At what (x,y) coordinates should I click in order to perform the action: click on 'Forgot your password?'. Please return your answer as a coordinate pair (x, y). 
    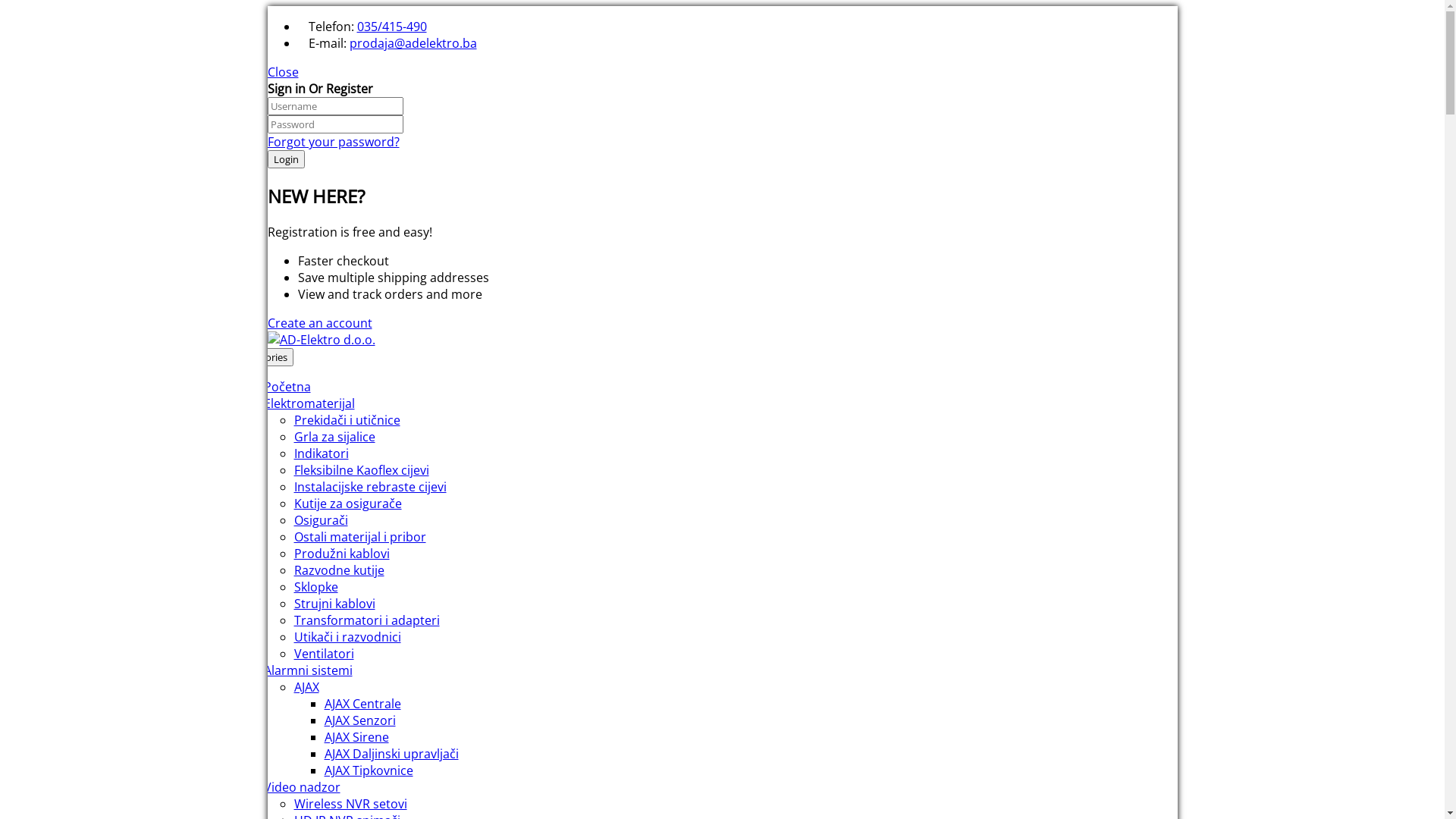
    Looking at the image, I should click on (266, 141).